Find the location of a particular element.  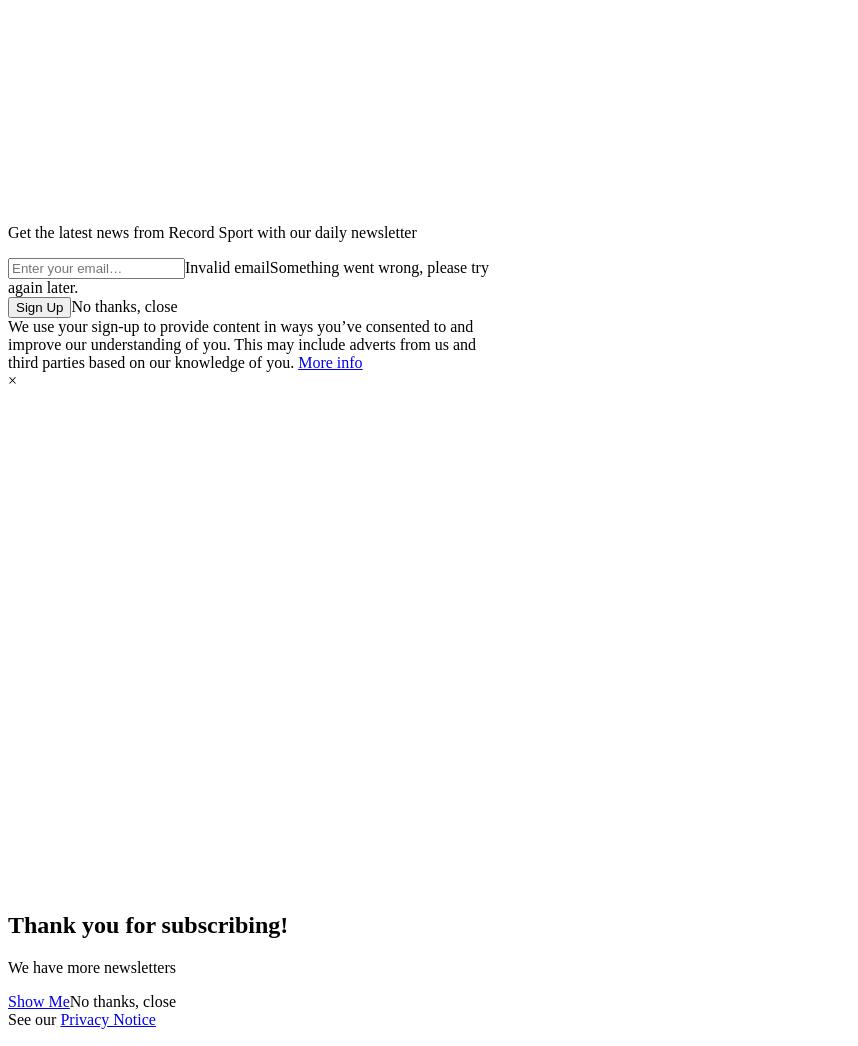

'More info' is located at coordinates (328, 361).